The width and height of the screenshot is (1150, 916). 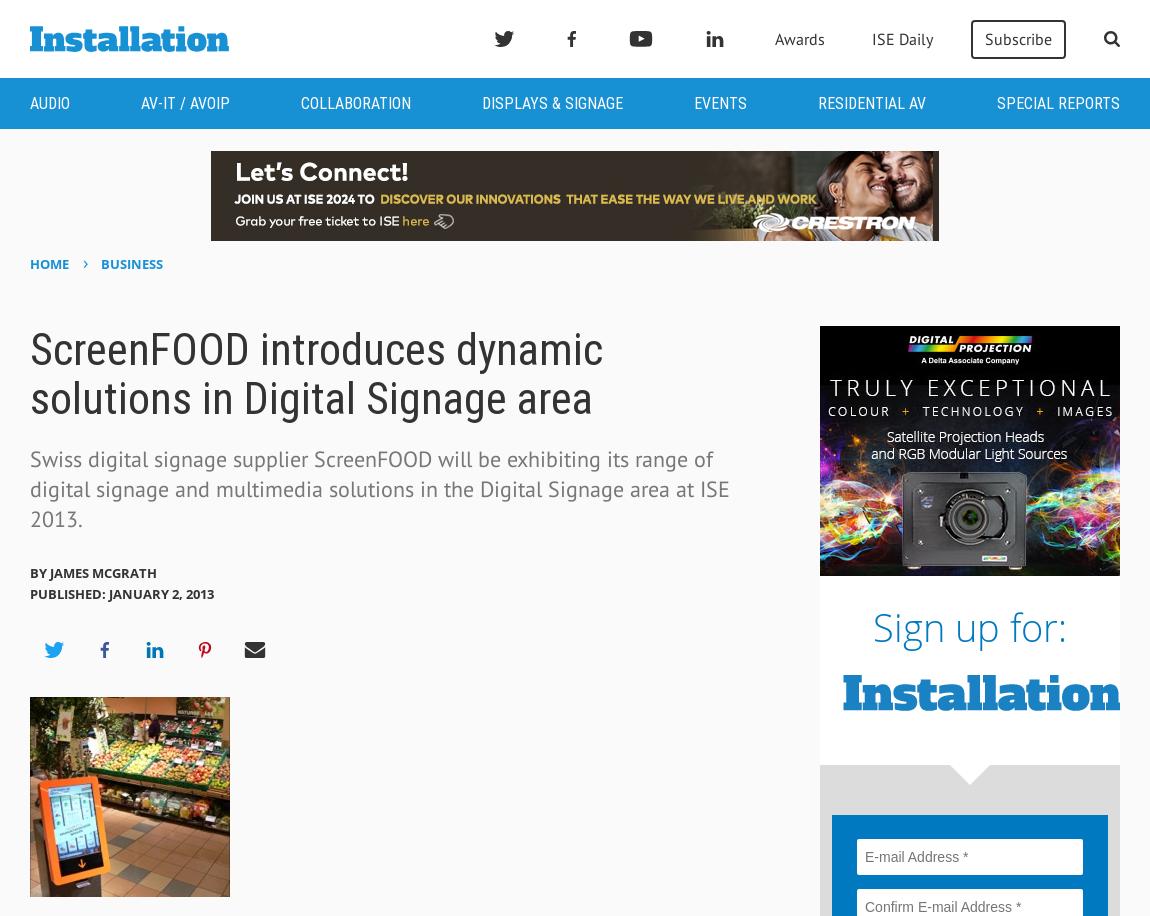 What do you see at coordinates (315, 373) in the screenshot?
I see `'ScreenFOOD introduces dynamic solutions in Digital Signage area'` at bounding box center [315, 373].